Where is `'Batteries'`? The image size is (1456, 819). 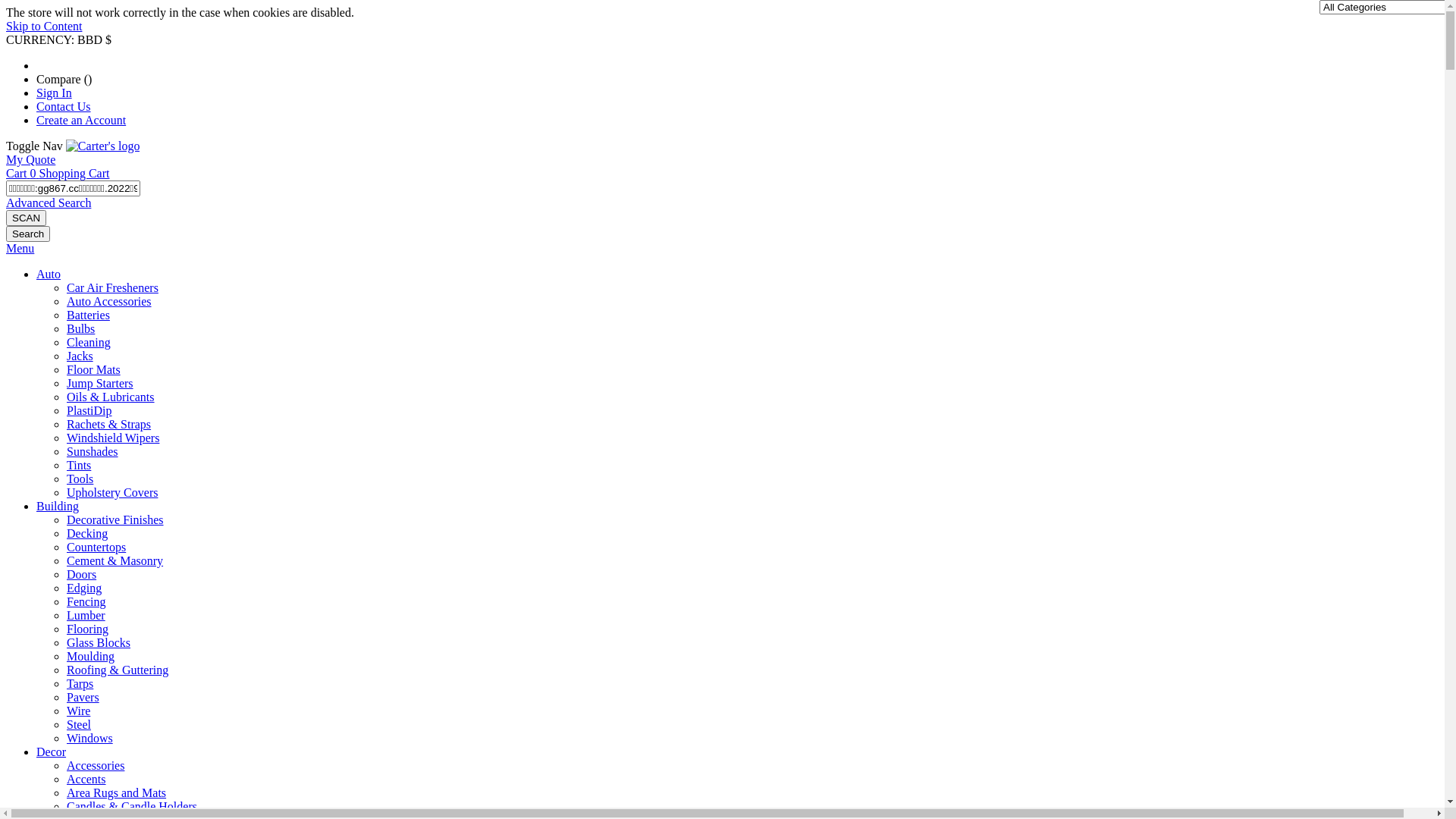
'Batteries' is located at coordinates (65, 314).